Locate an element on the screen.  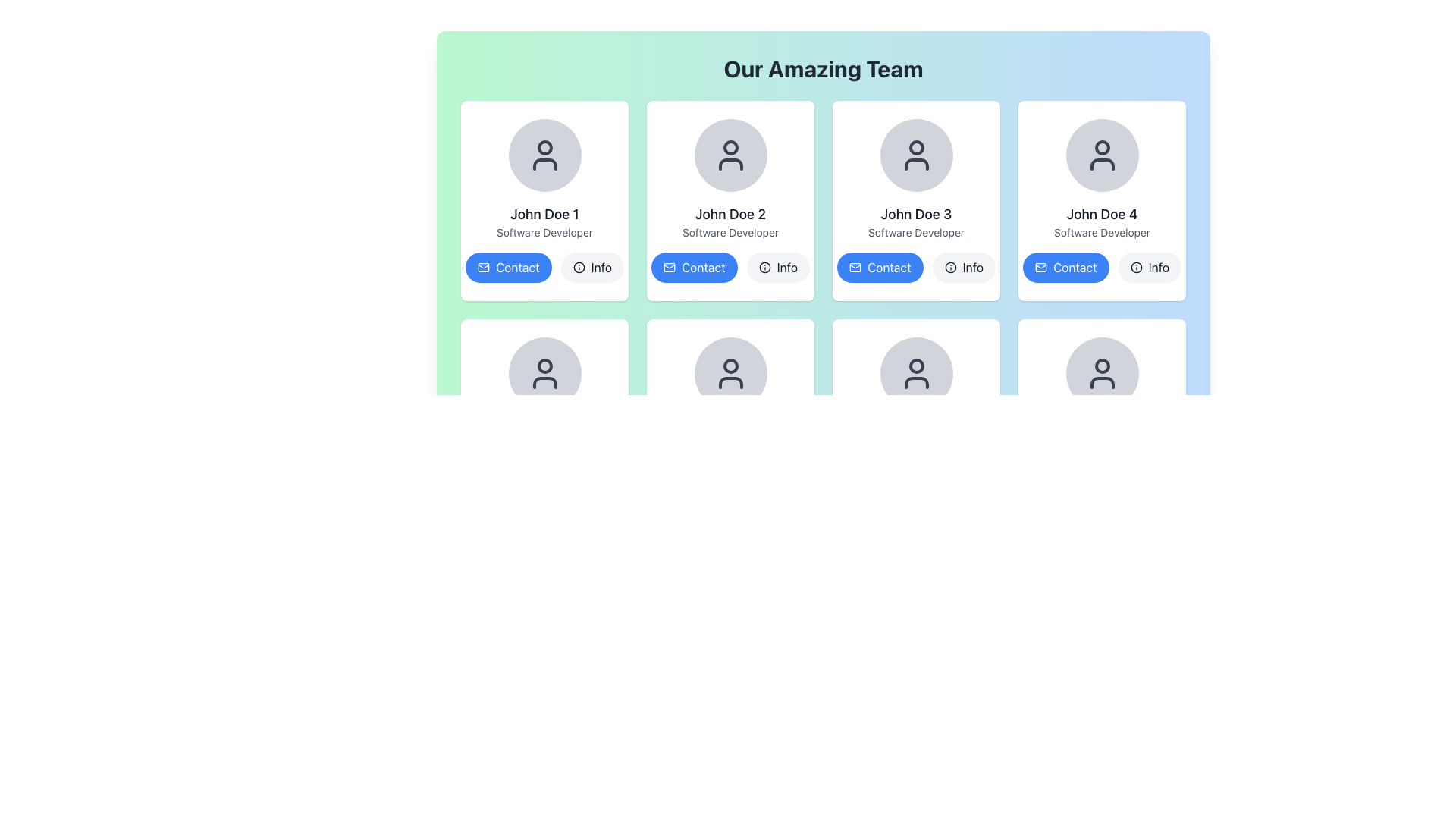
the user icon graphic of 'John Doe 2' in the profile card, which is a dark gray minimalist profile silhouette within a circular frame, located in the second column of the first row of the 'Our Amazing Team' grid is located at coordinates (730, 155).